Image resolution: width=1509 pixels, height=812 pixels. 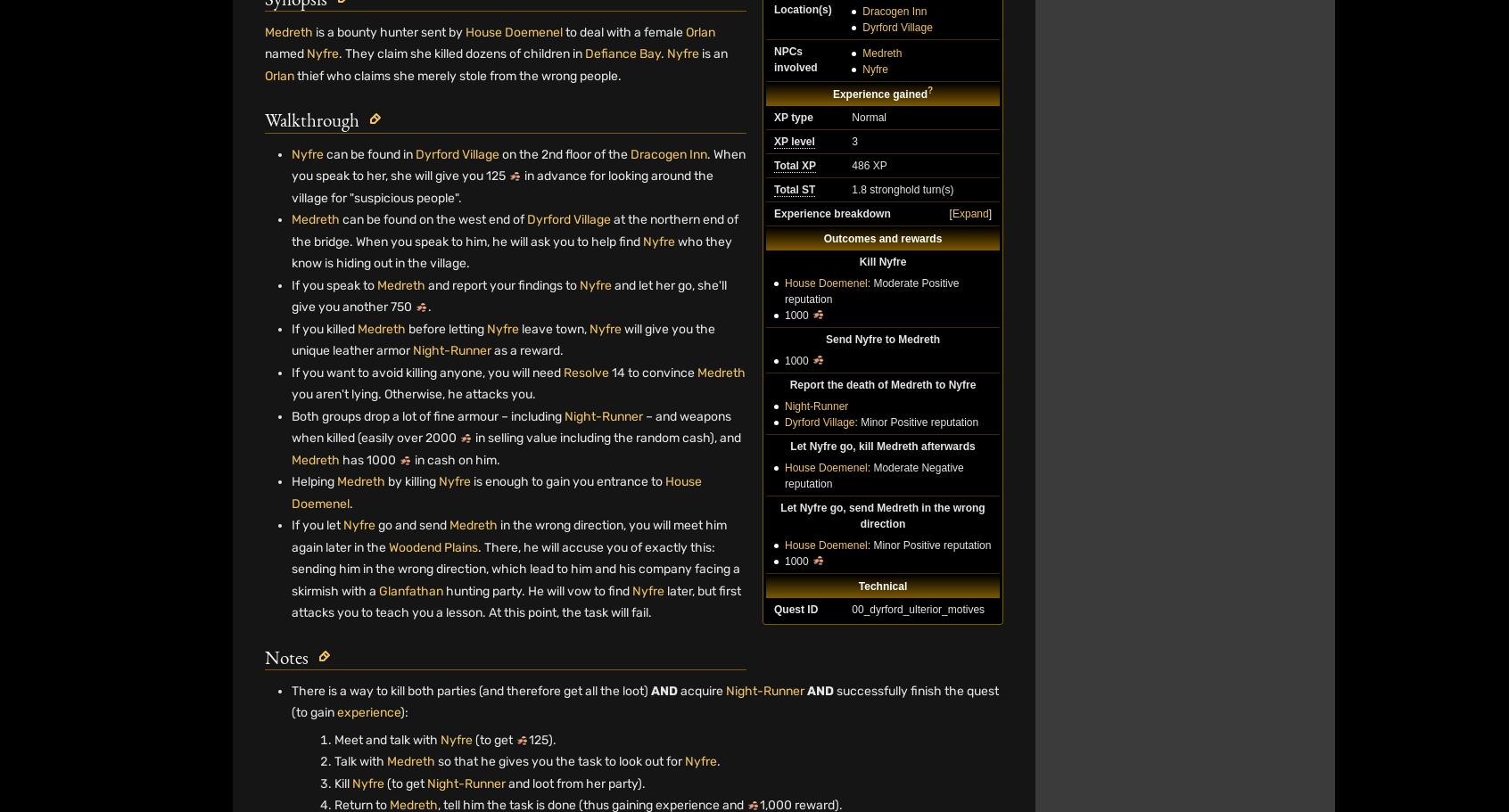 I want to click on 'No Comments Yet', so click(x=632, y=170).